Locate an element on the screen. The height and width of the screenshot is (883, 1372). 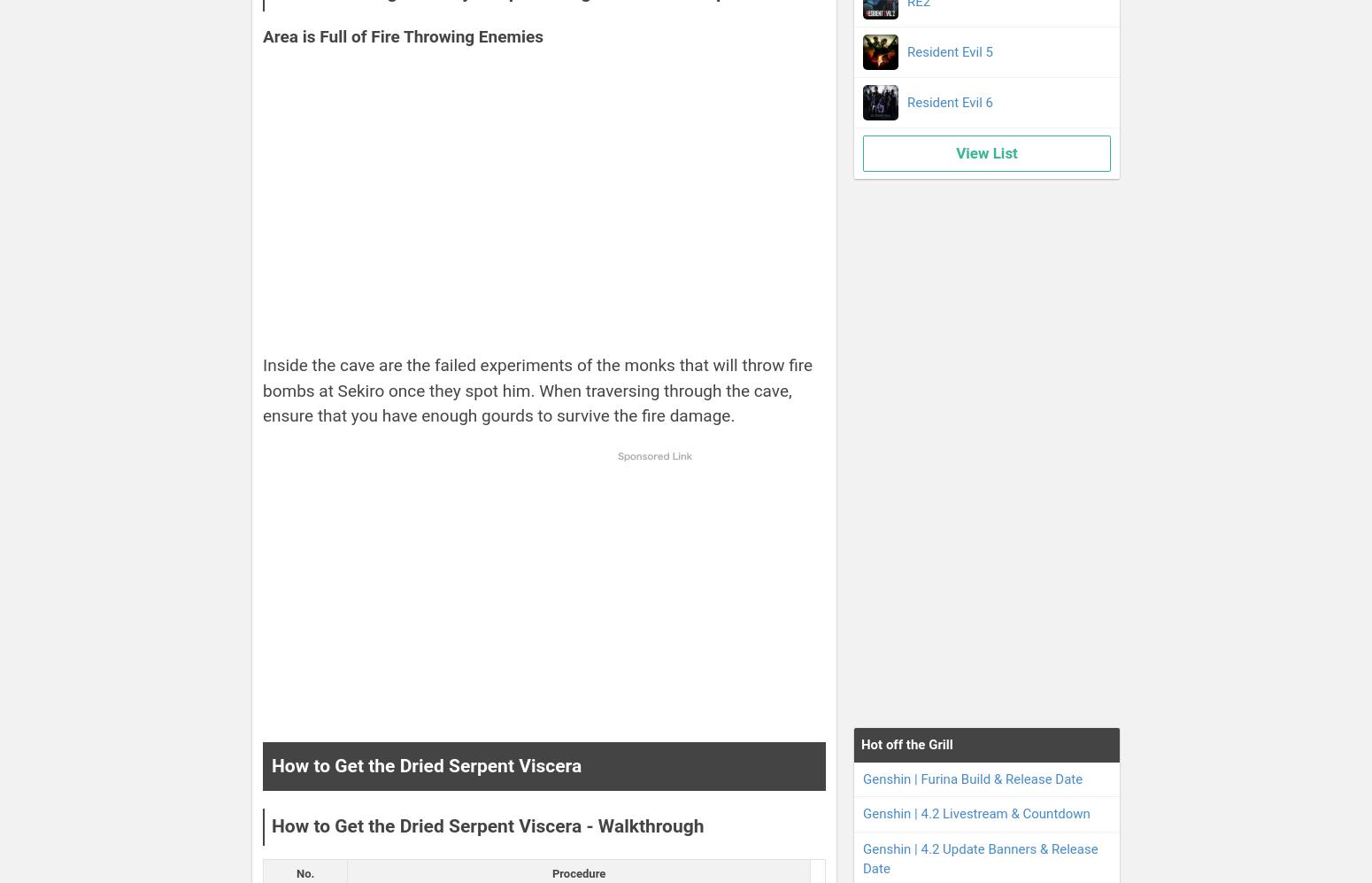
'How to Get the Dried Serpent Viscera - Walkthrough' is located at coordinates (488, 825).